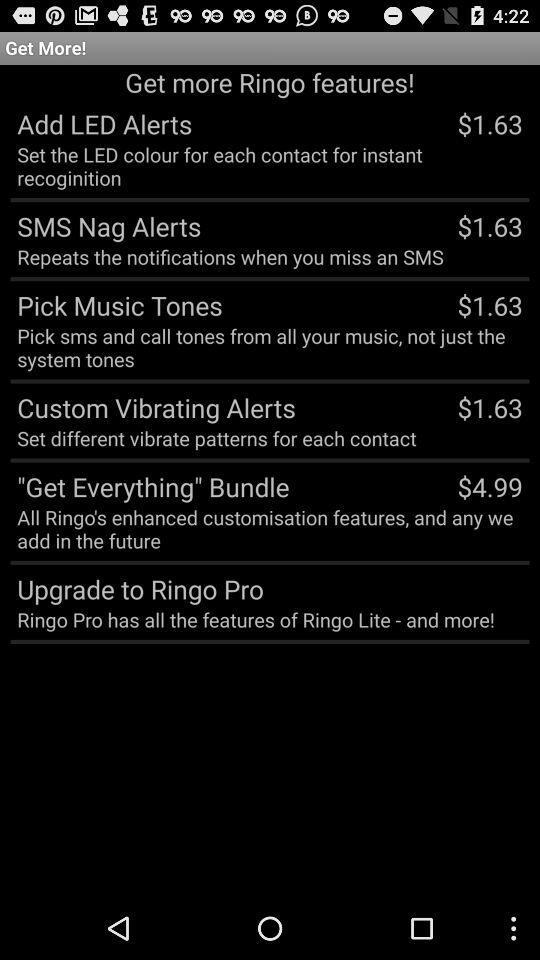 Image resolution: width=540 pixels, height=960 pixels. I want to click on the item to the left of $1.63 icon, so click(105, 225).